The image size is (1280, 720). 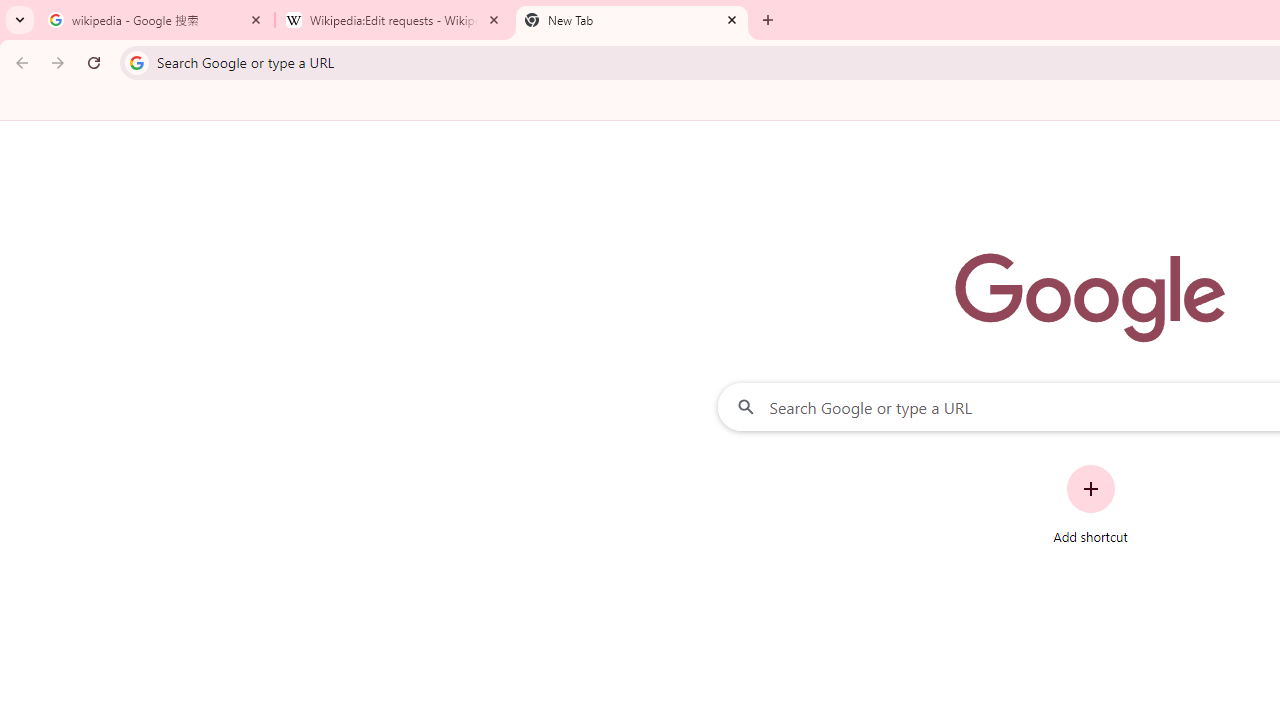 What do you see at coordinates (631, 20) in the screenshot?
I see `'New Tab'` at bounding box center [631, 20].